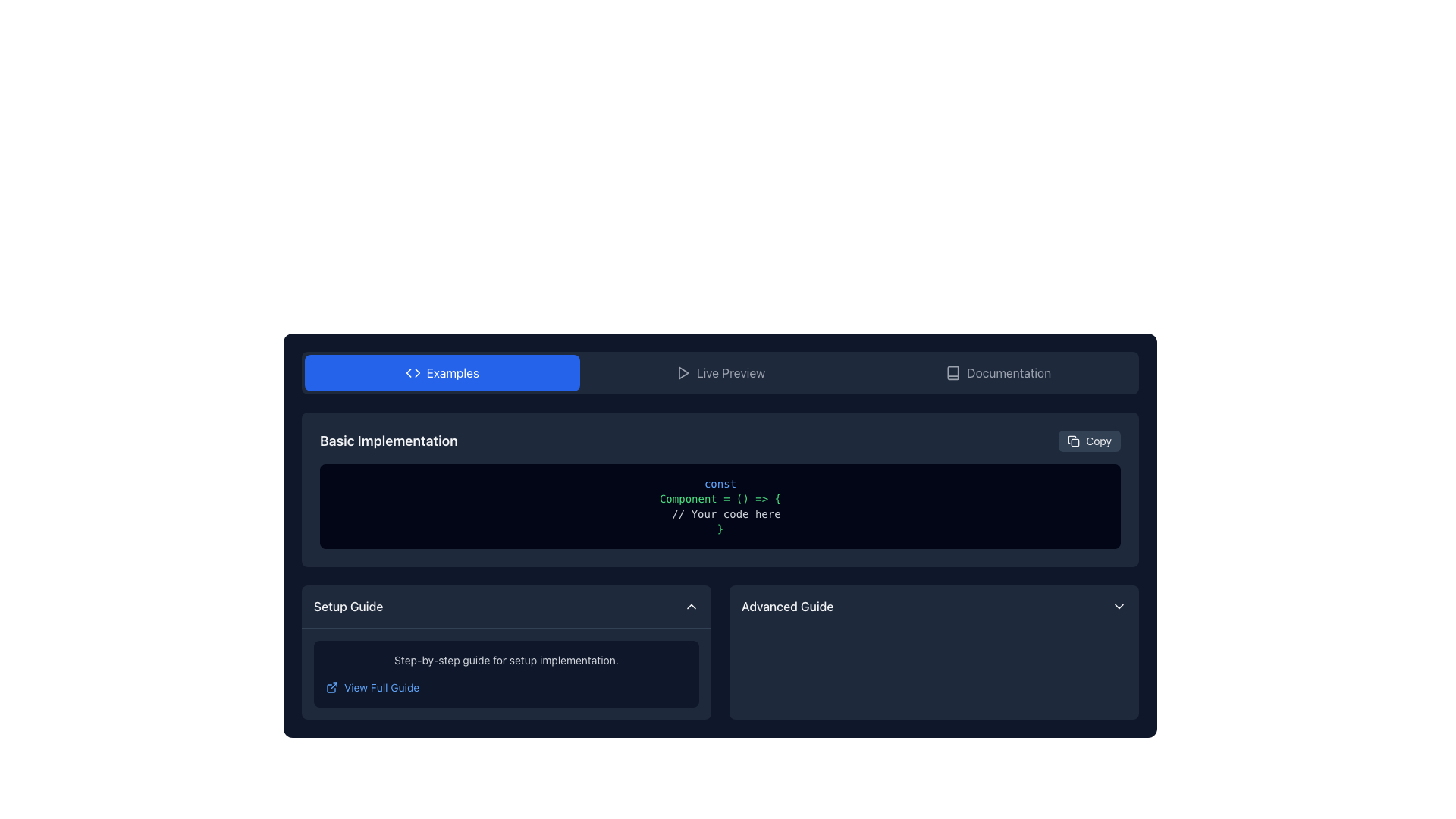 This screenshot has height=819, width=1456. I want to click on the 'play' button located in the central navigation bar, adjacent to the 'Live Preview' text, to initiate playback, so click(682, 373).